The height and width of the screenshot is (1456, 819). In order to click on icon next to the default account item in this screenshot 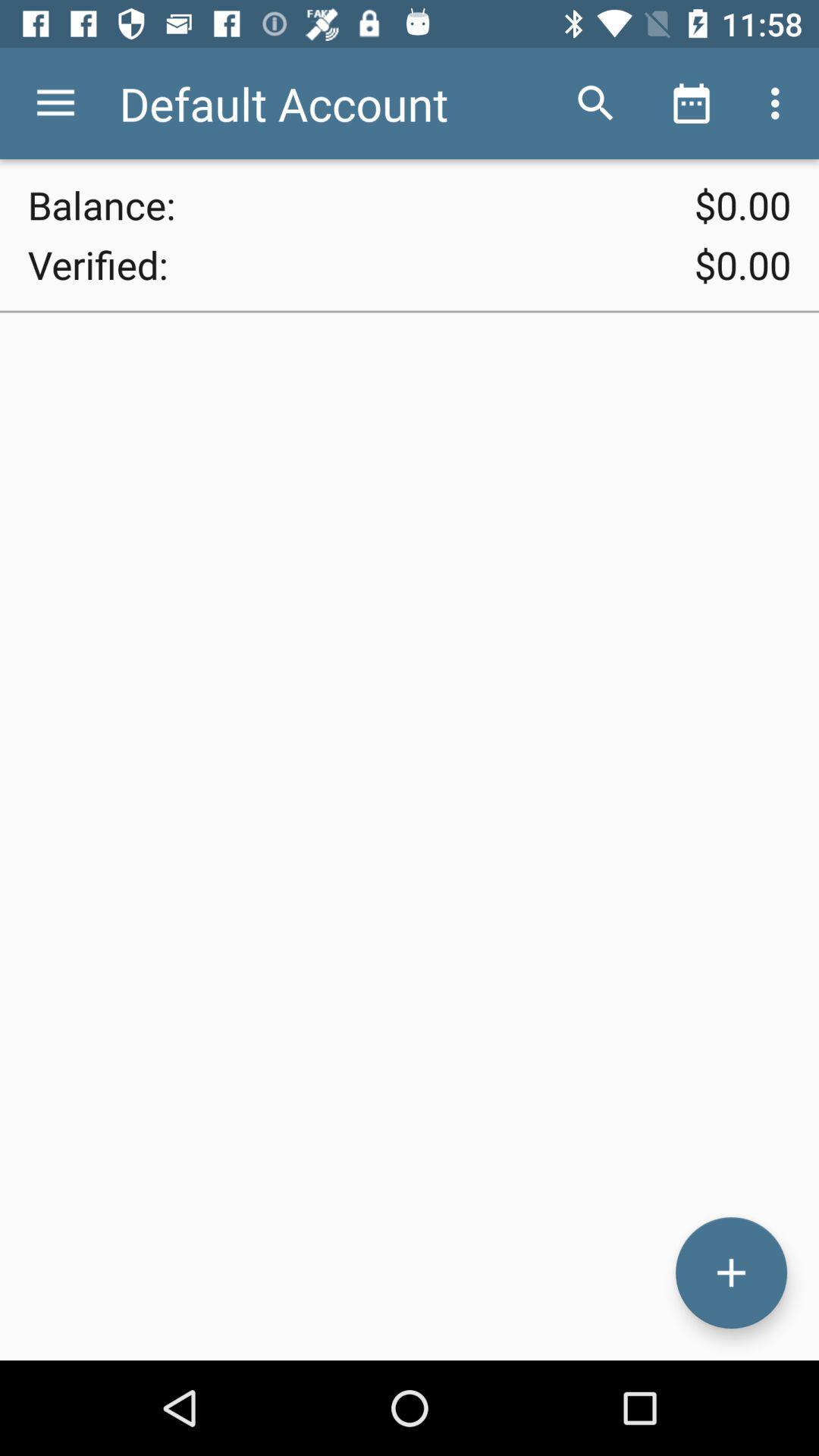, I will do `click(595, 102)`.